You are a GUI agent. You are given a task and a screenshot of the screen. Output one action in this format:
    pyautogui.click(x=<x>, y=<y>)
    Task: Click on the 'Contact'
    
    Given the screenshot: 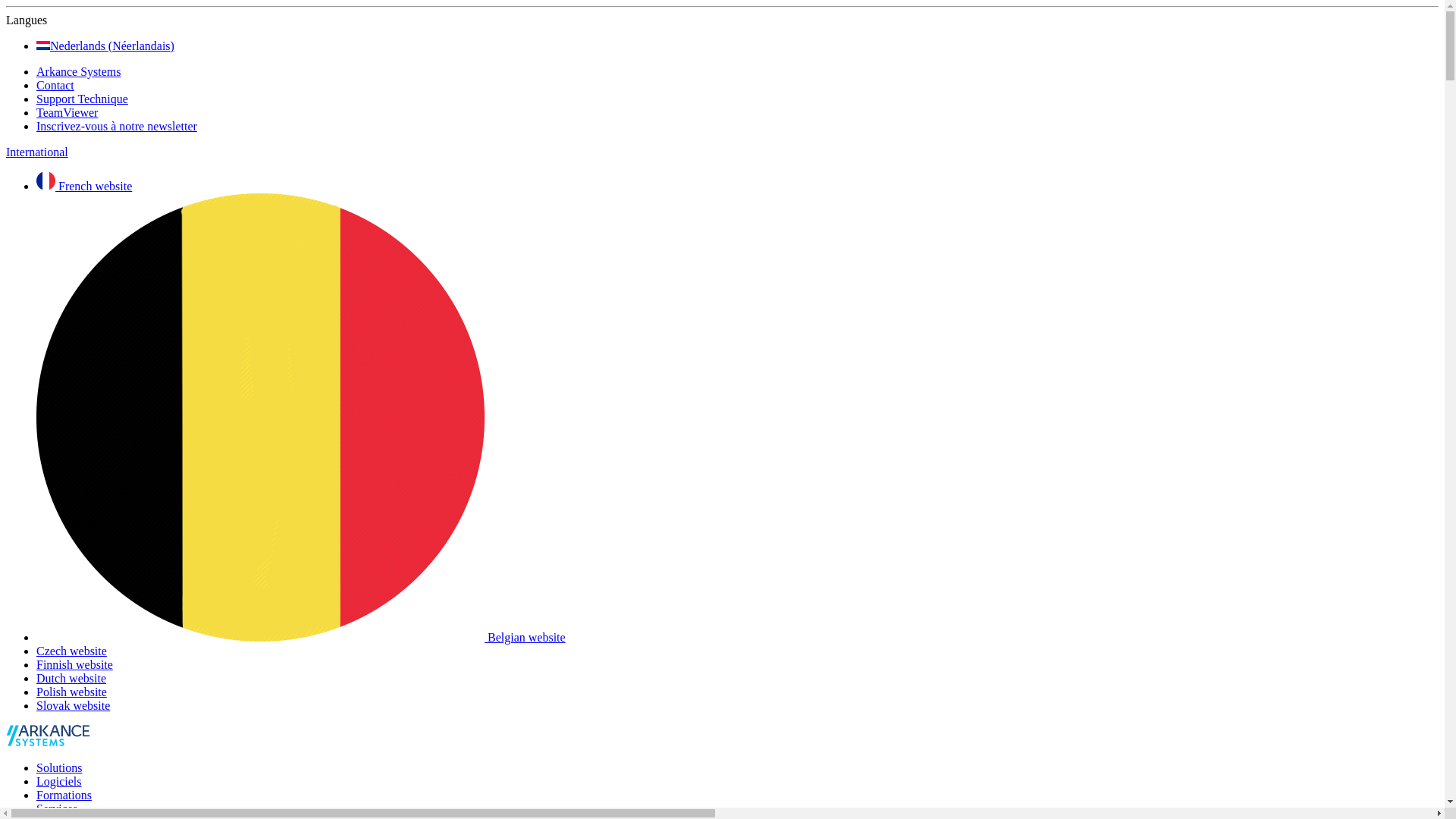 What is the action you would take?
    pyautogui.click(x=55, y=85)
    